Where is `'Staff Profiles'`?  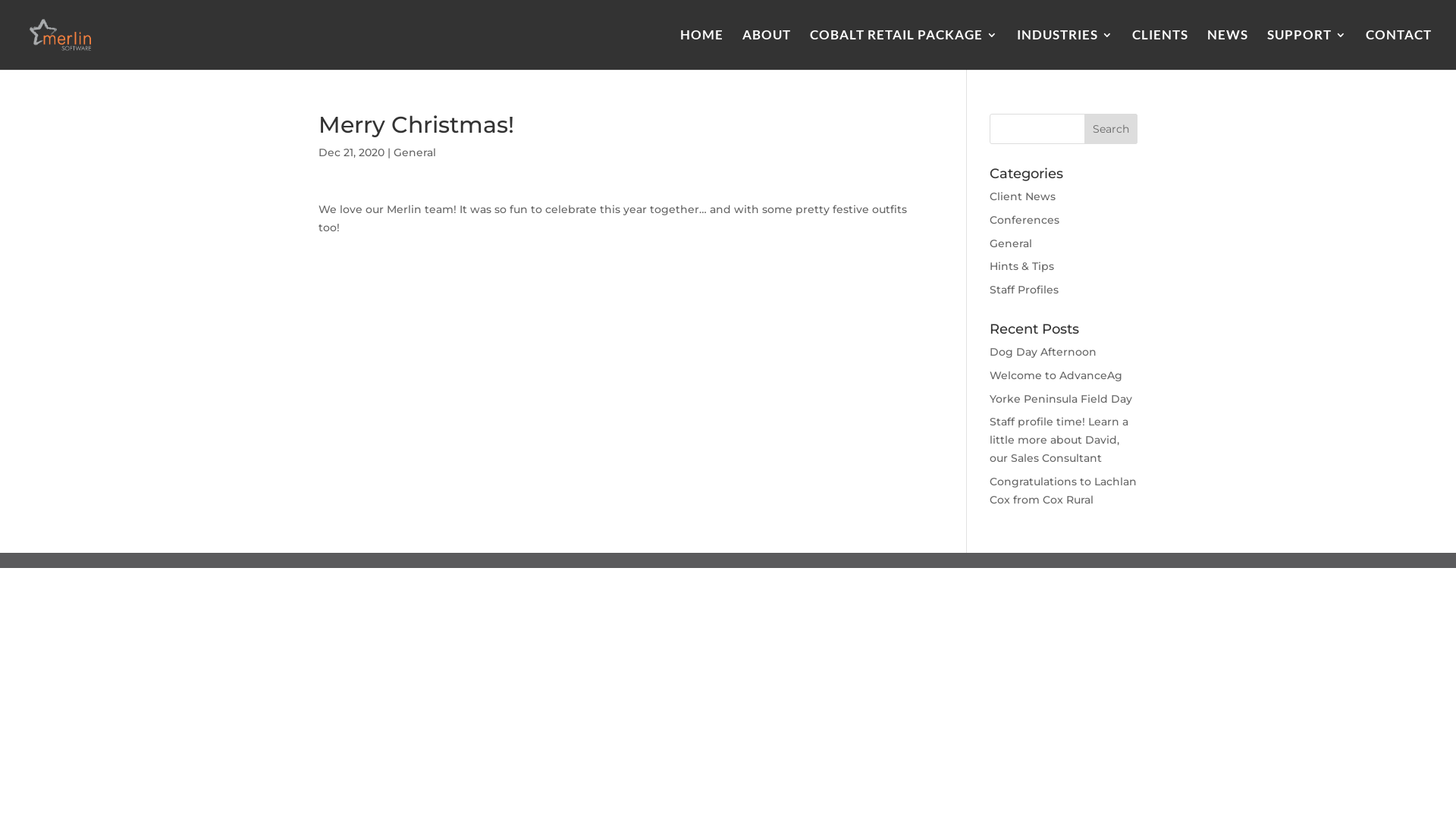
'Staff Profiles' is located at coordinates (1024, 289).